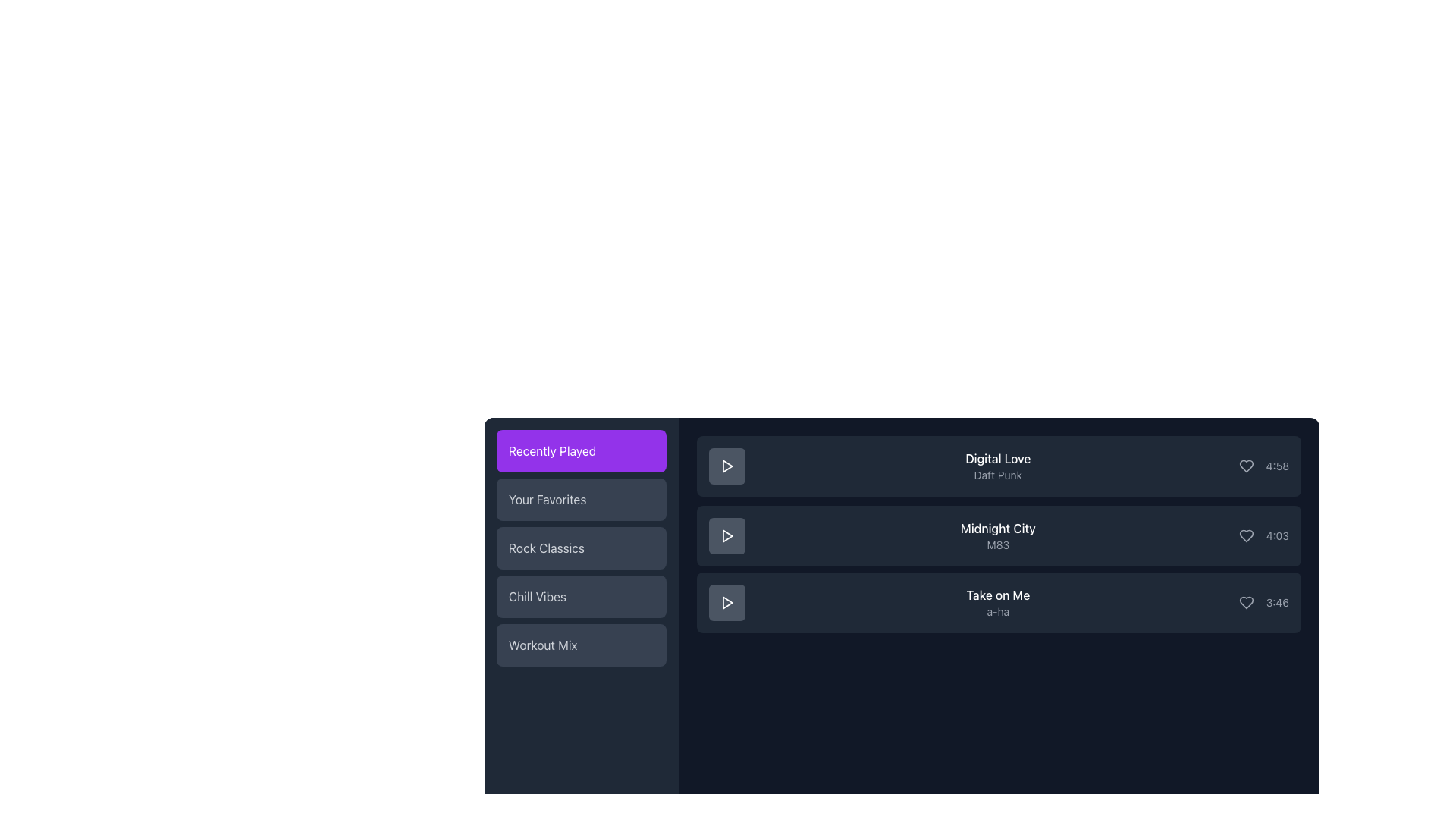 The width and height of the screenshot is (1456, 819). Describe the element at coordinates (726, 535) in the screenshot. I see `the triangular play button icon within the circular button to play the selected track, which is located in the second item of the track list` at that location.